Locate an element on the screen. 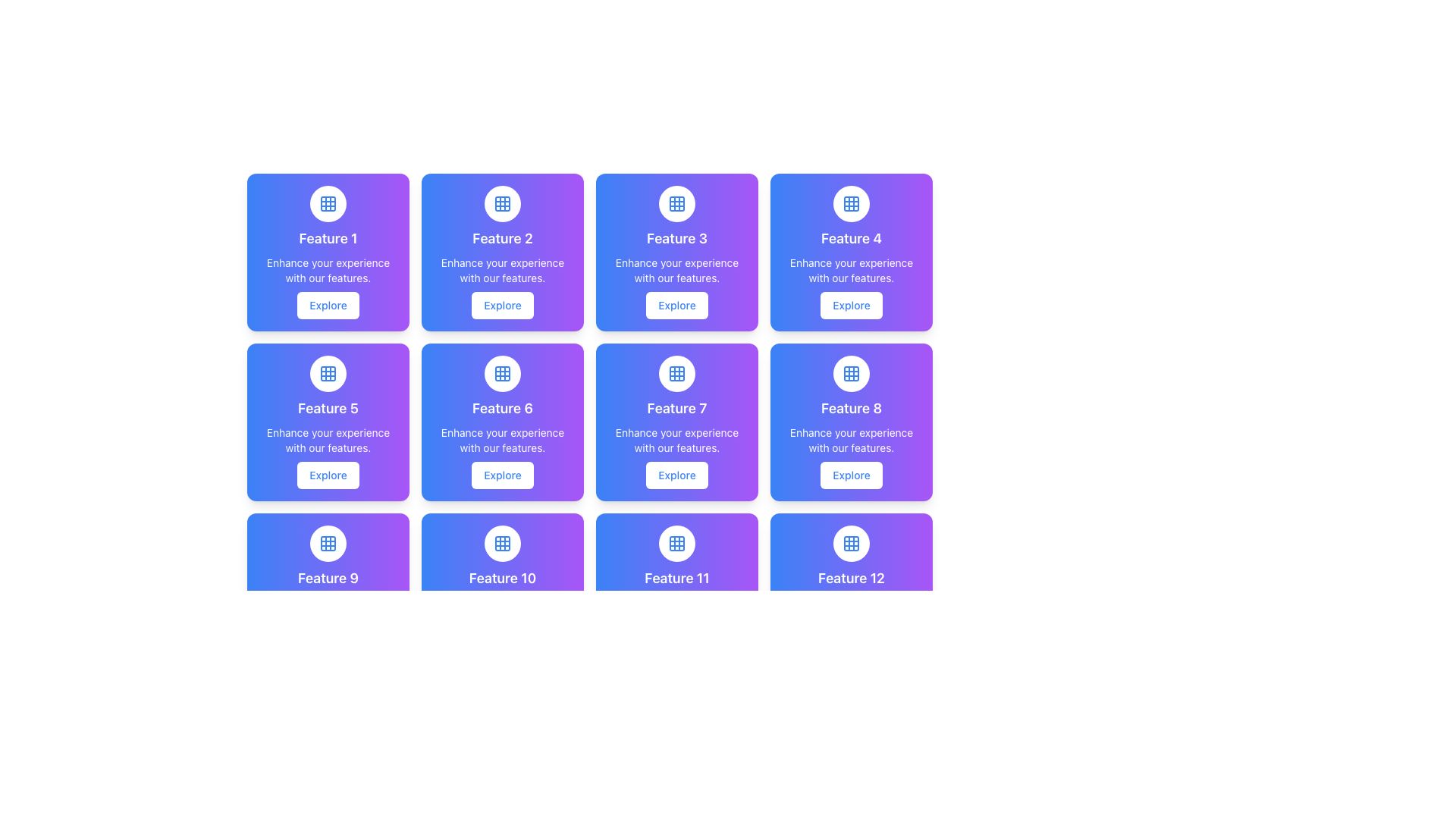 The image size is (1456, 819). the 'Explore' button, which is a rectangular button with rounded corners and a white background, featuring blue text and a hover effect that changes the background to blue and the text to white is located at coordinates (327, 305).